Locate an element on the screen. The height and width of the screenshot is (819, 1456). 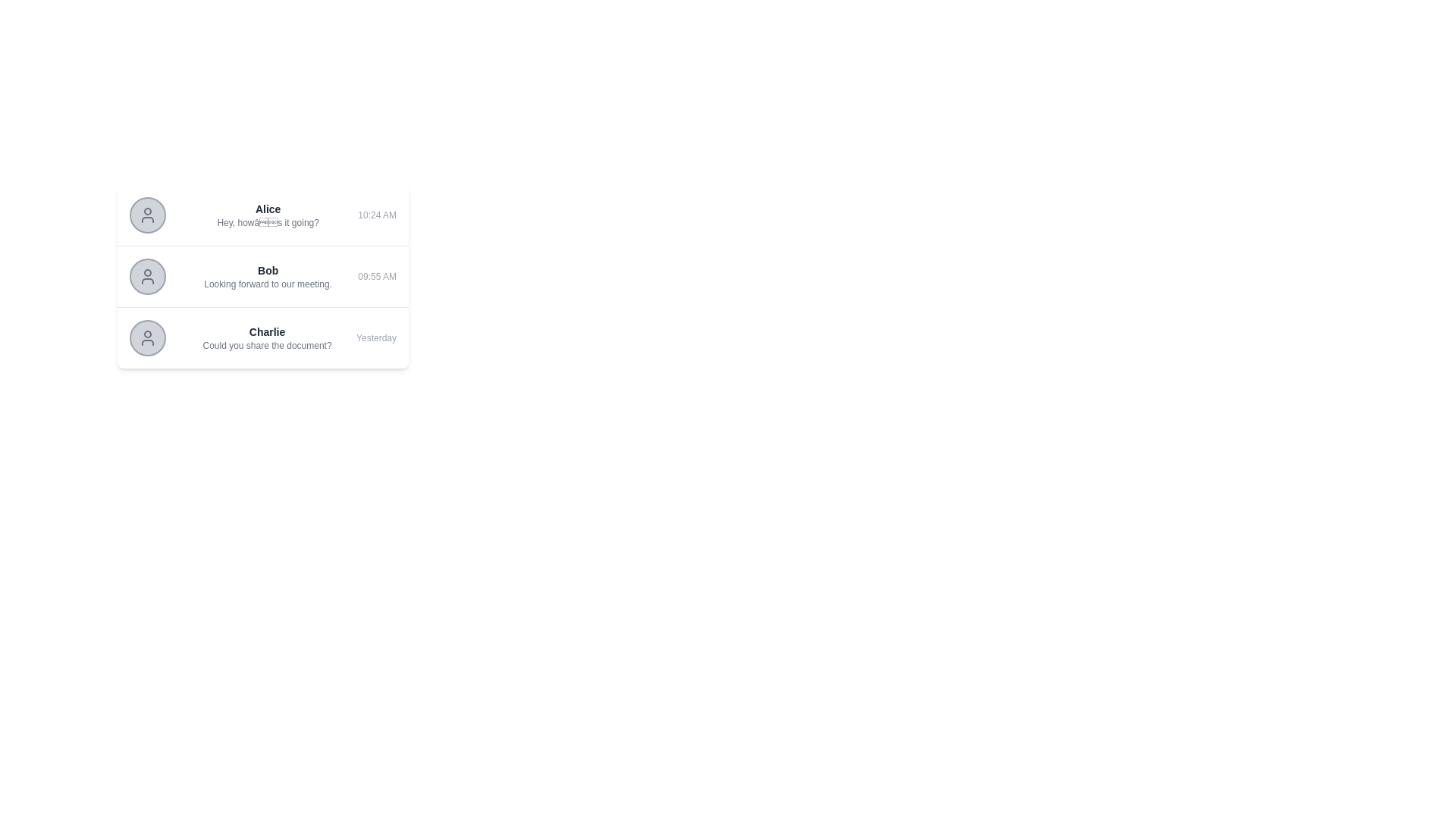
the text block displaying the user's name and their associated message preview in the messaging interface, located below the profile icon and aligned to its right is located at coordinates (268, 215).